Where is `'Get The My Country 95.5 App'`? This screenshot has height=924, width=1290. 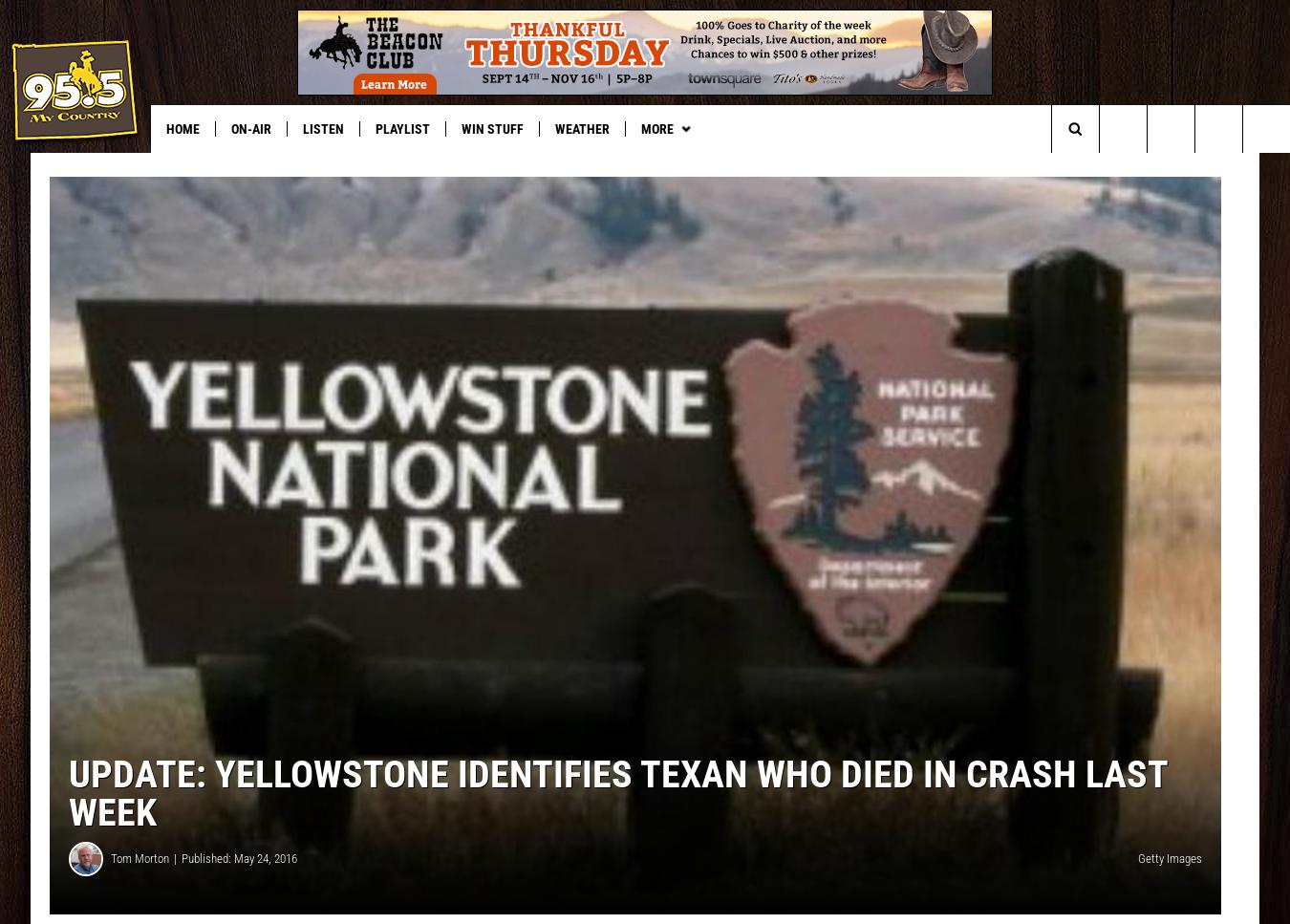 'Get The My Country 95.5 App' is located at coordinates (605, 167).